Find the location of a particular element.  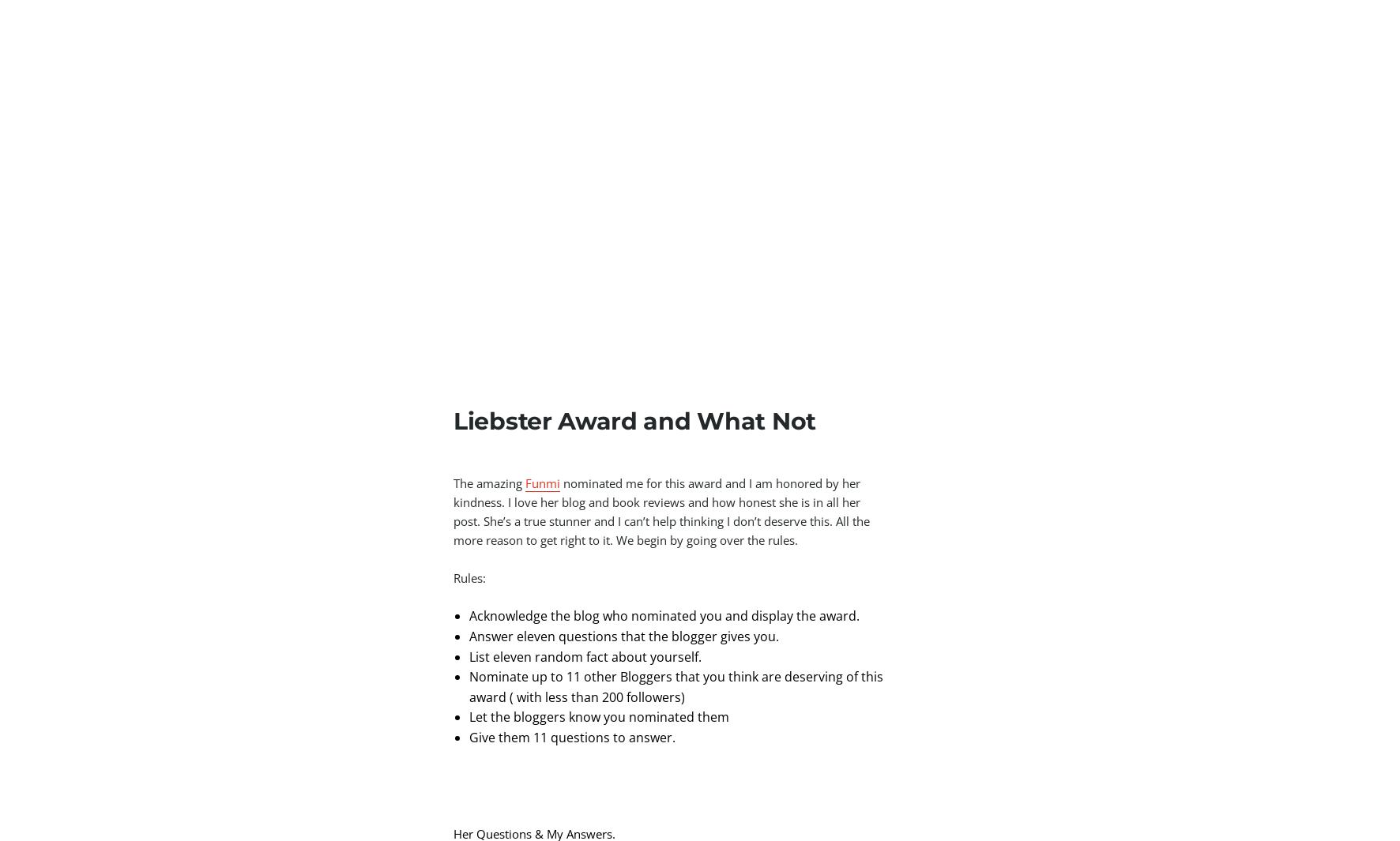

'nominated me for this award and I am honored by her kindness. I love her blog and book reviews and how honest she is in all her post. She’s a true stunner and I can’t help thinking I don’t deserve this. All the more reason to get right to it. We begin by going over the rules.' is located at coordinates (661, 512).